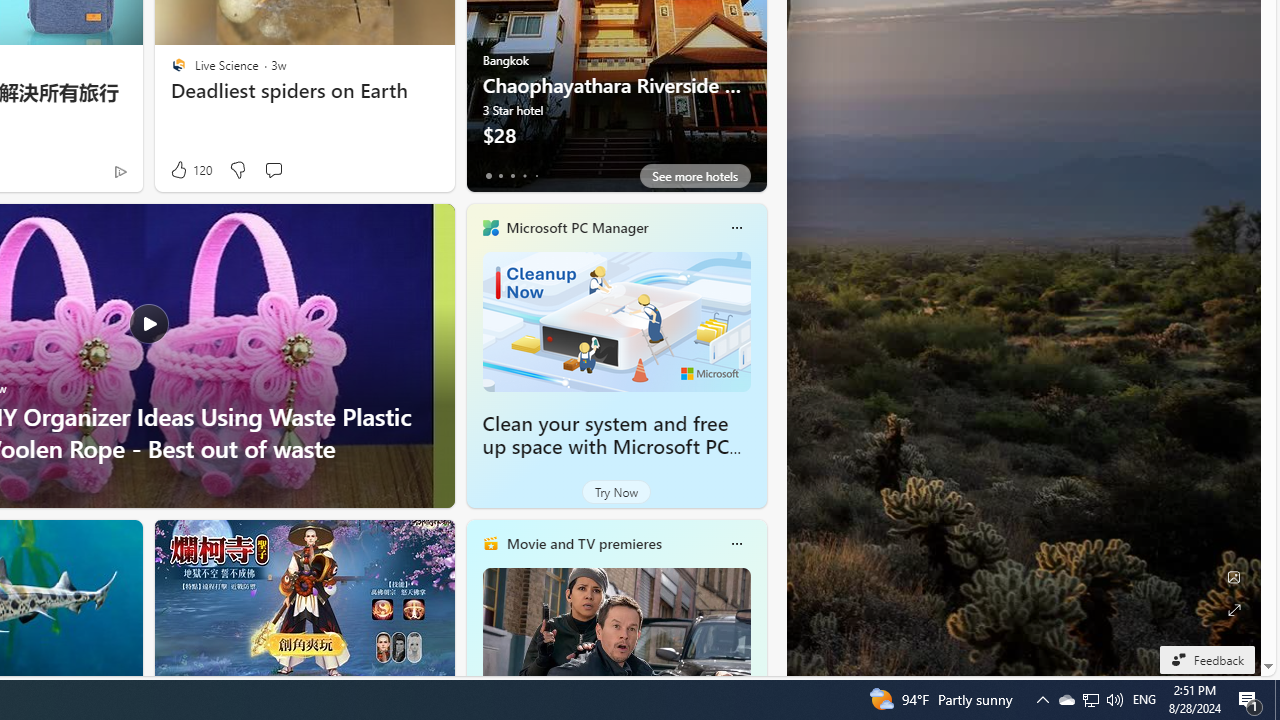 The height and width of the screenshot is (720, 1280). I want to click on 'See more hotels', so click(695, 175).